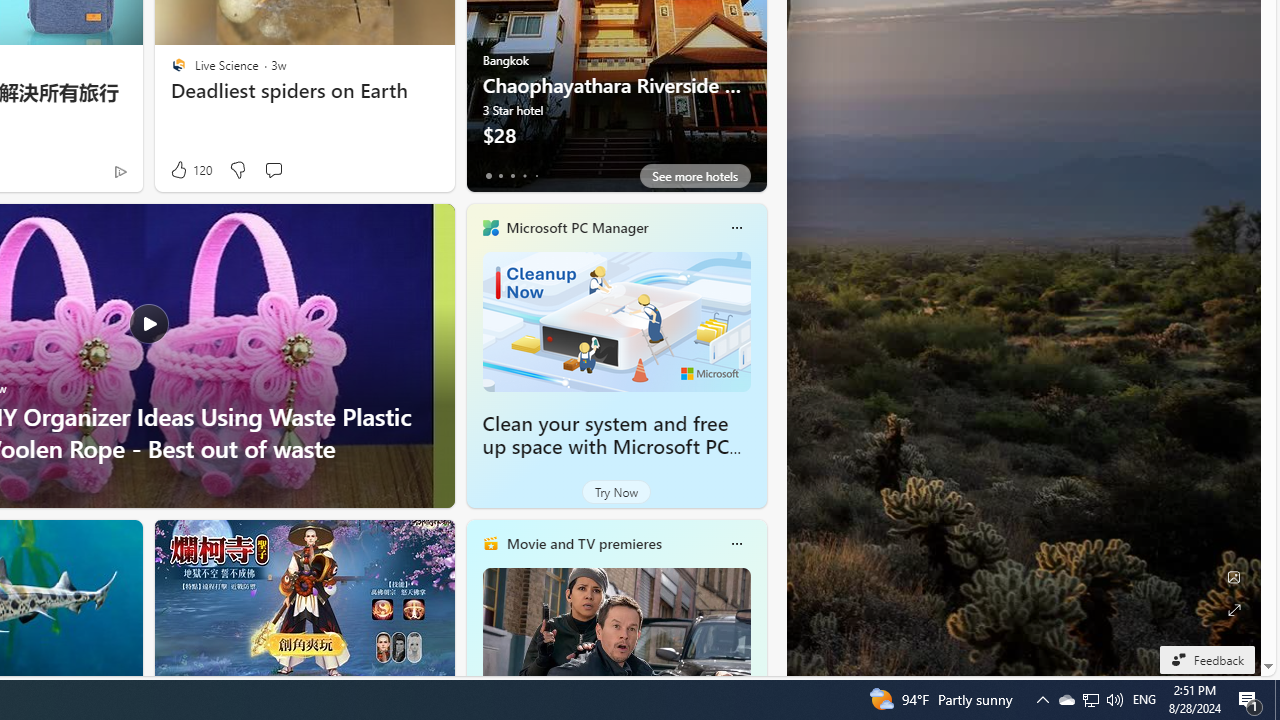 The height and width of the screenshot is (720, 1280). I want to click on 'See more hotels', so click(695, 175).